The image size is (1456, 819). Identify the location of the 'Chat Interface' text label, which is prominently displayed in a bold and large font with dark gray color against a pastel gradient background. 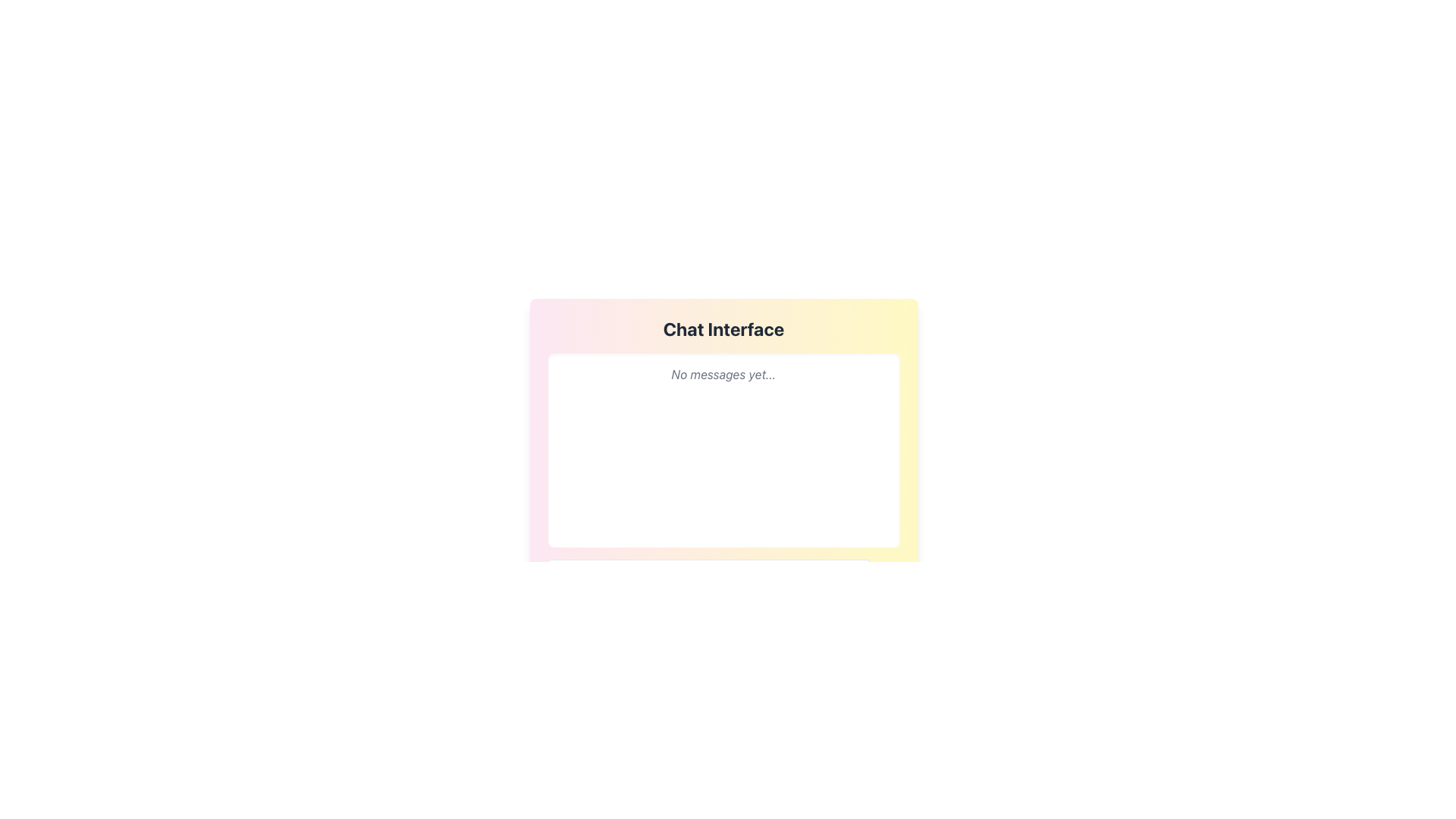
(723, 328).